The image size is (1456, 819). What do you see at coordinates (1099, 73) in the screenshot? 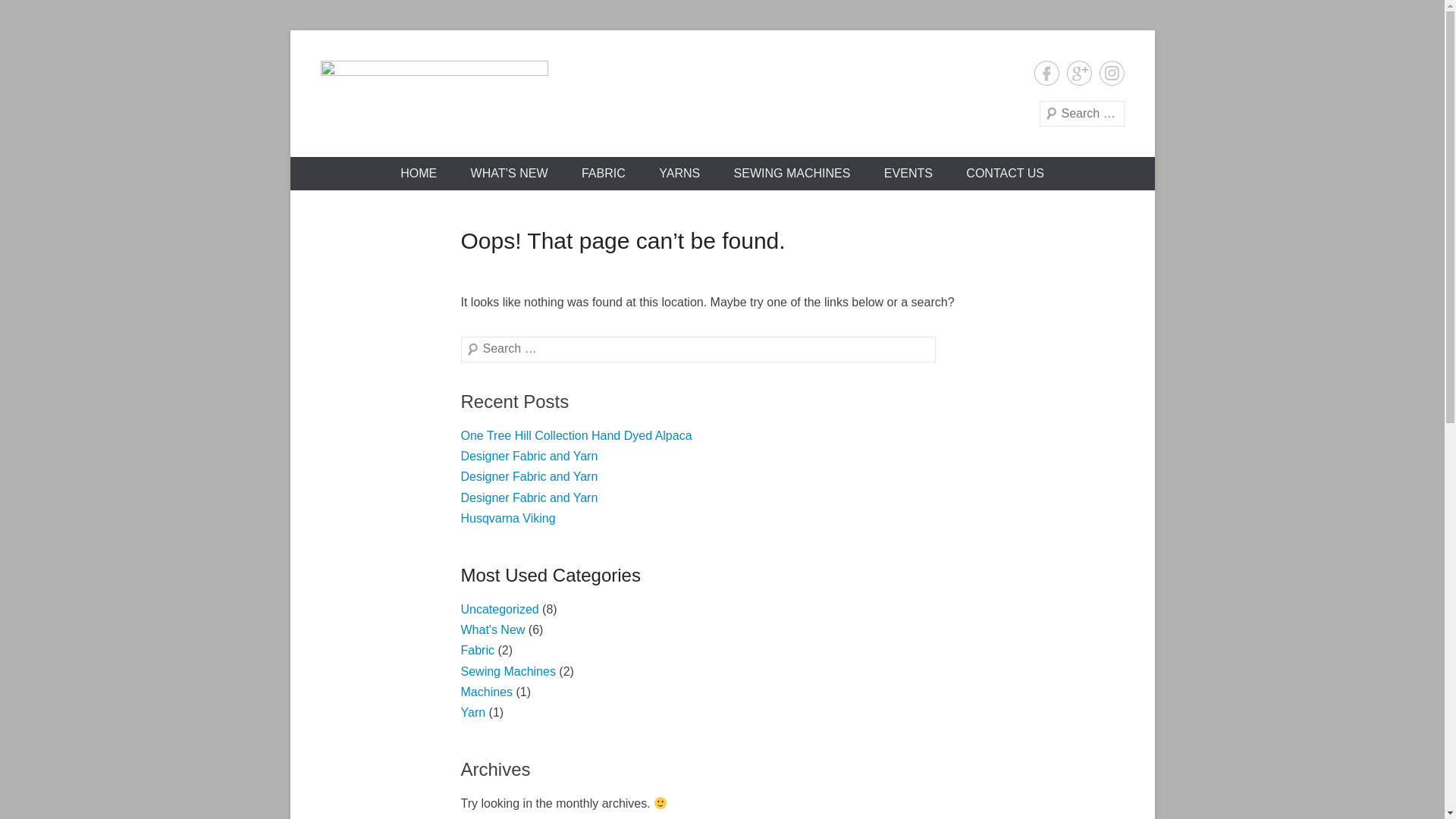
I see `'Instagram'` at bounding box center [1099, 73].